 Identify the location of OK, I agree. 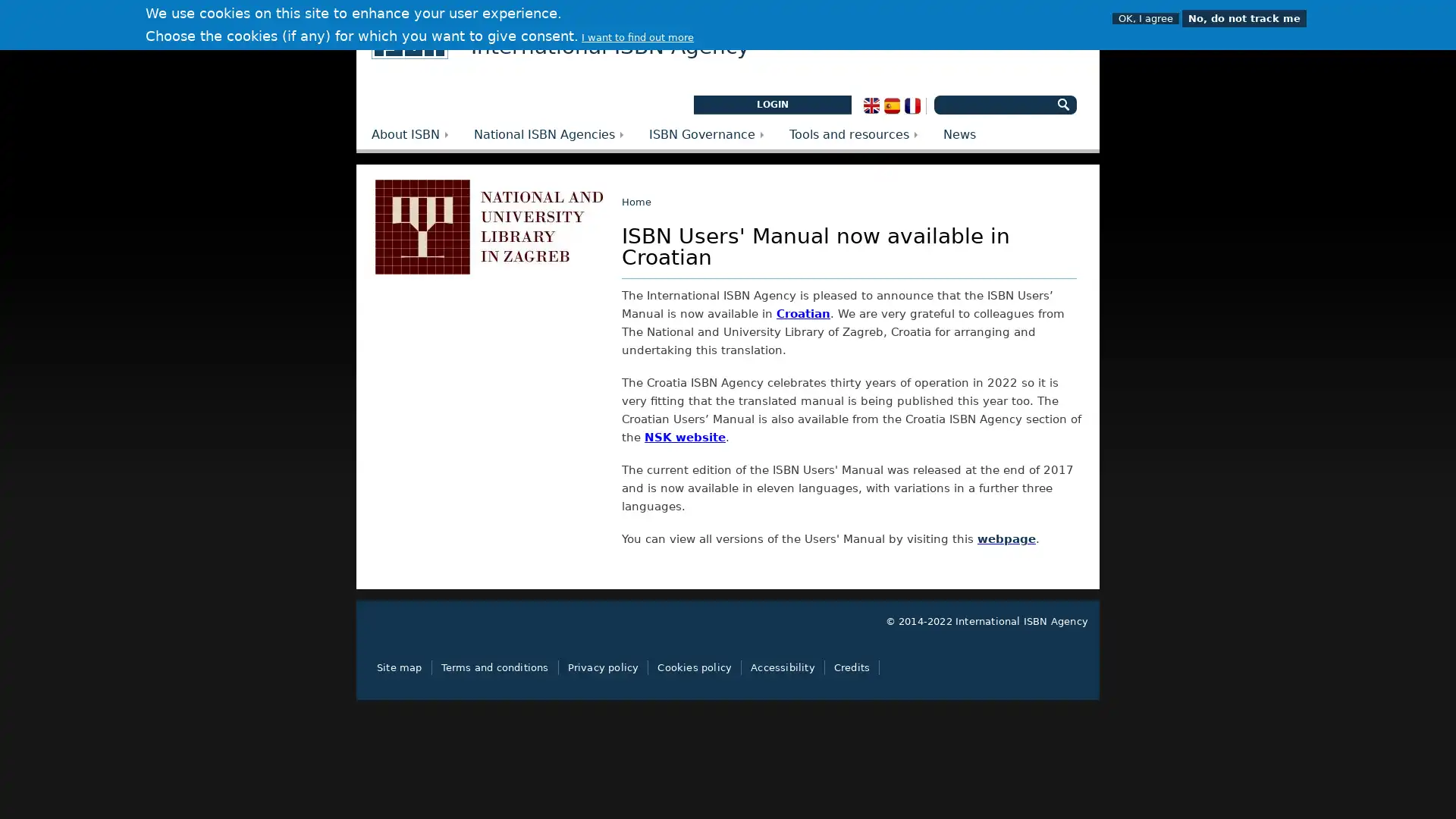
(1146, 18).